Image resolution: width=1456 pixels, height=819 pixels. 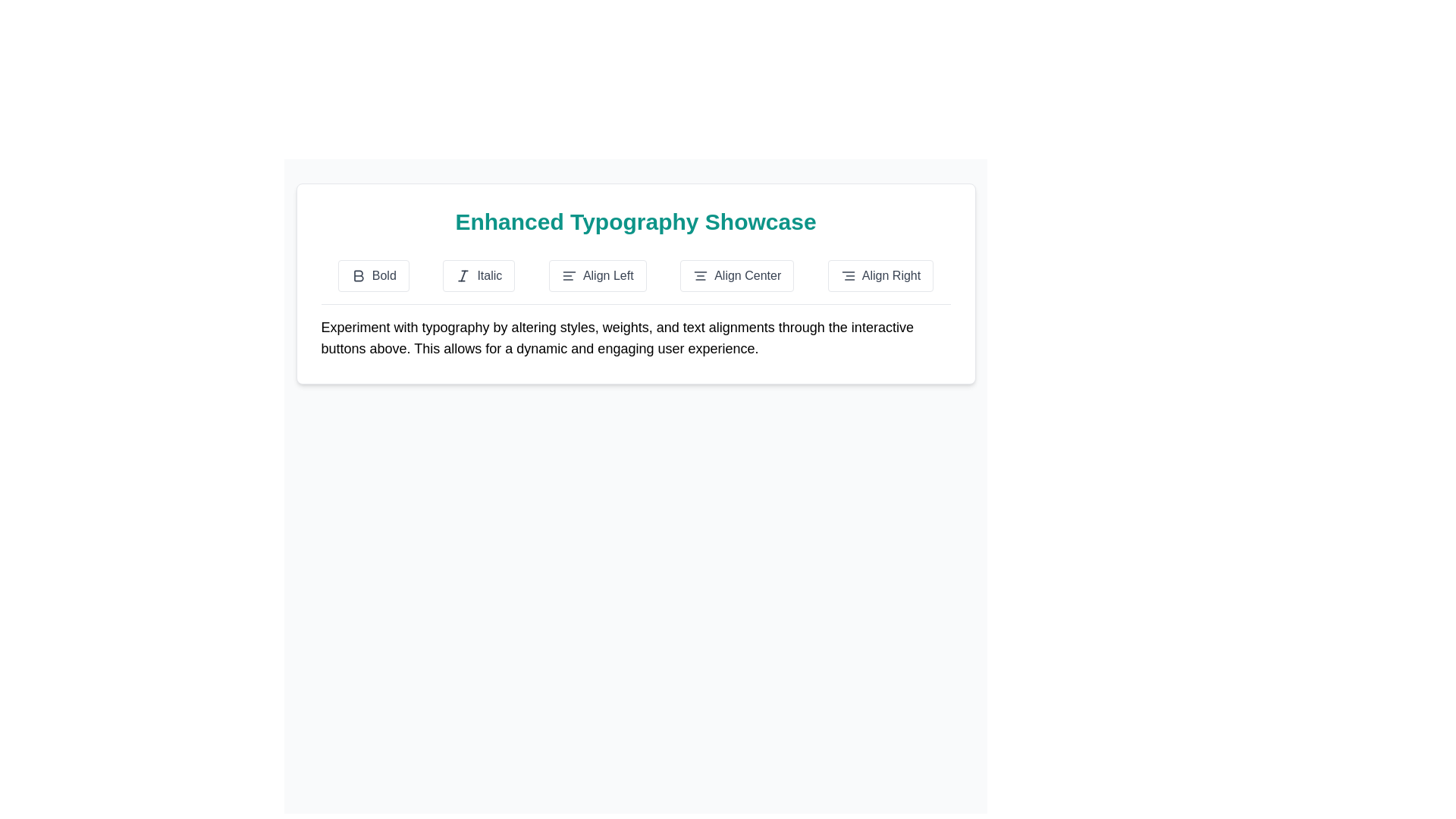 What do you see at coordinates (700, 275) in the screenshot?
I see `the minimalistic 'Align Center' icon, which is represented by three horizontal lines with the middle line being shorter` at bounding box center [700, 275].